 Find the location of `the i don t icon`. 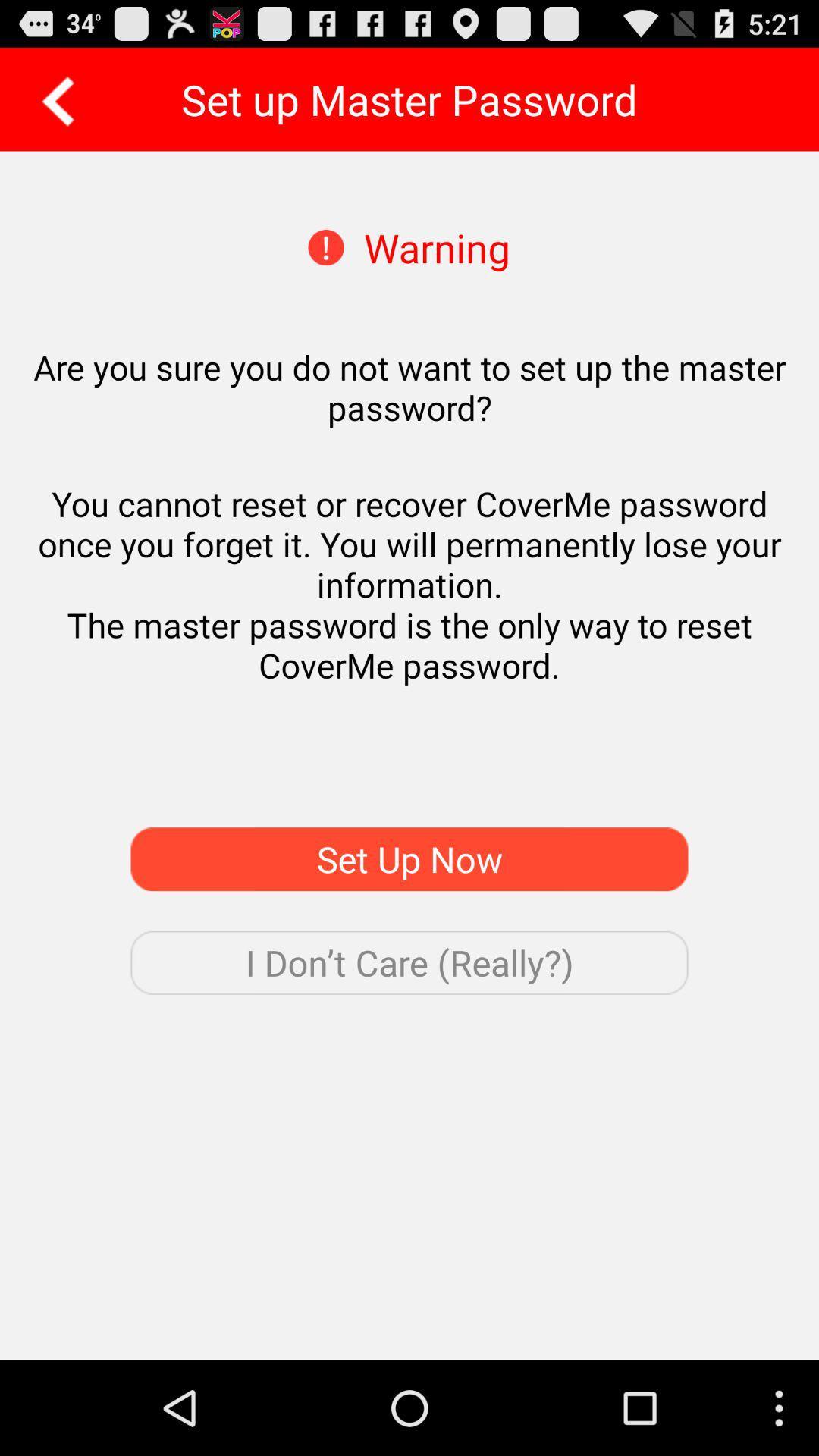

the i don t icon is located at coordinates (409, 962).